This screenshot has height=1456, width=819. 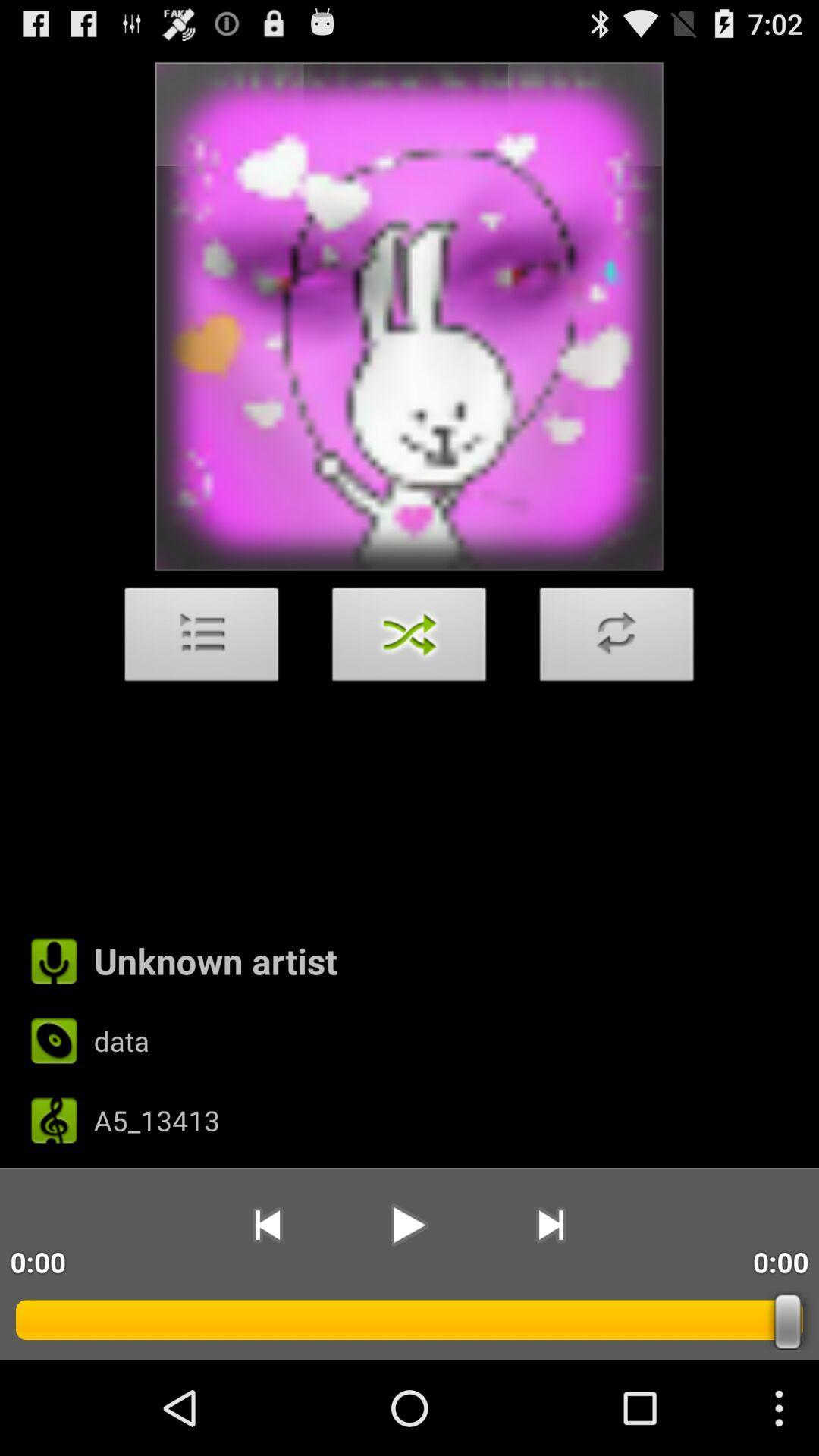 What do you see at coordinates (551, 1225) in the screenshot?
I see `the item to the left of the 0:00 item` at bounding box center [551, 1225].